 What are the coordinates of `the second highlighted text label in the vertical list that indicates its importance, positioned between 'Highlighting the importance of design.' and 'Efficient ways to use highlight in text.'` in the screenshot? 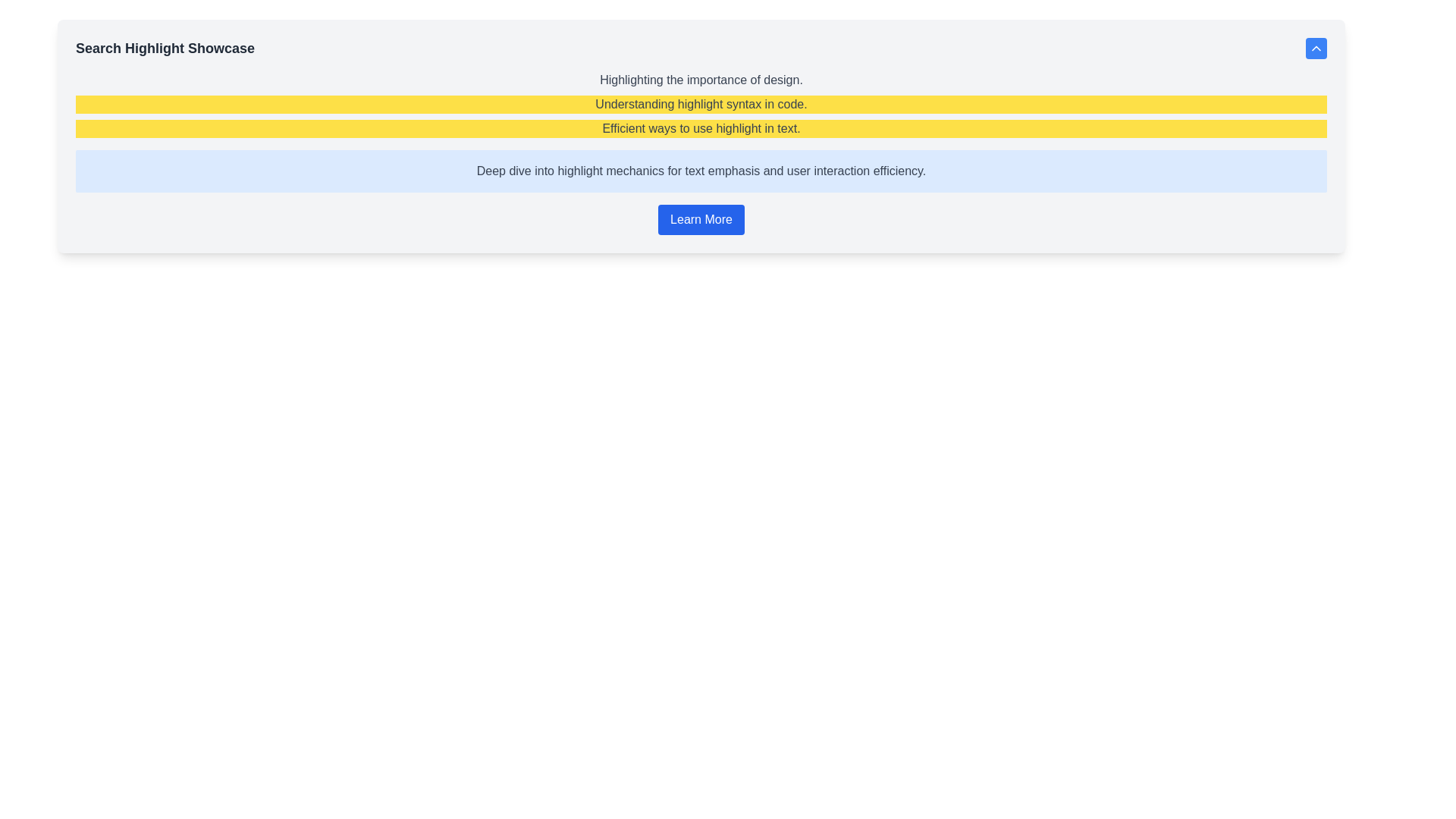 It's located at (701, 104).